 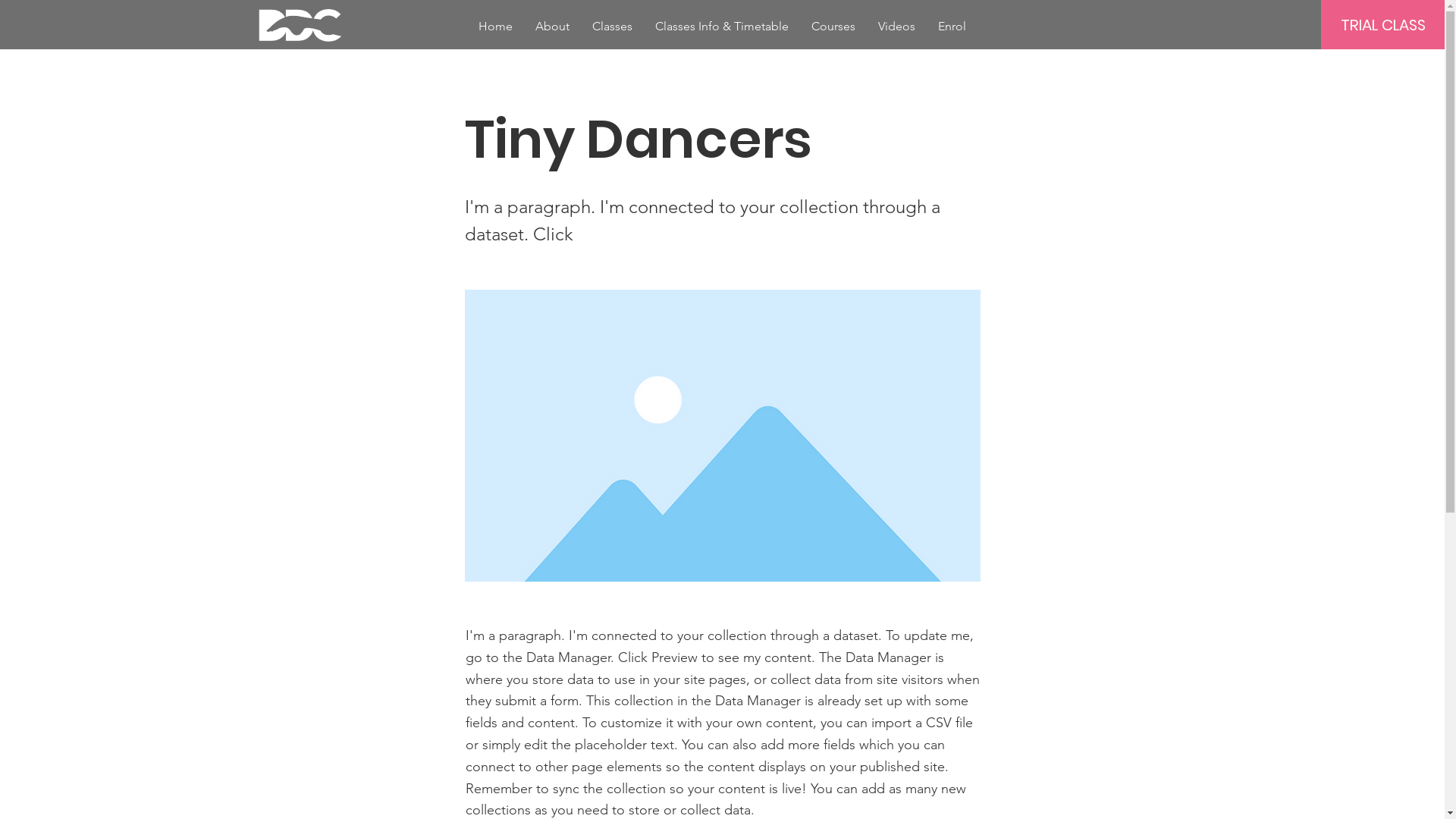 I want to click on 'About', so click(x=551, y=26).